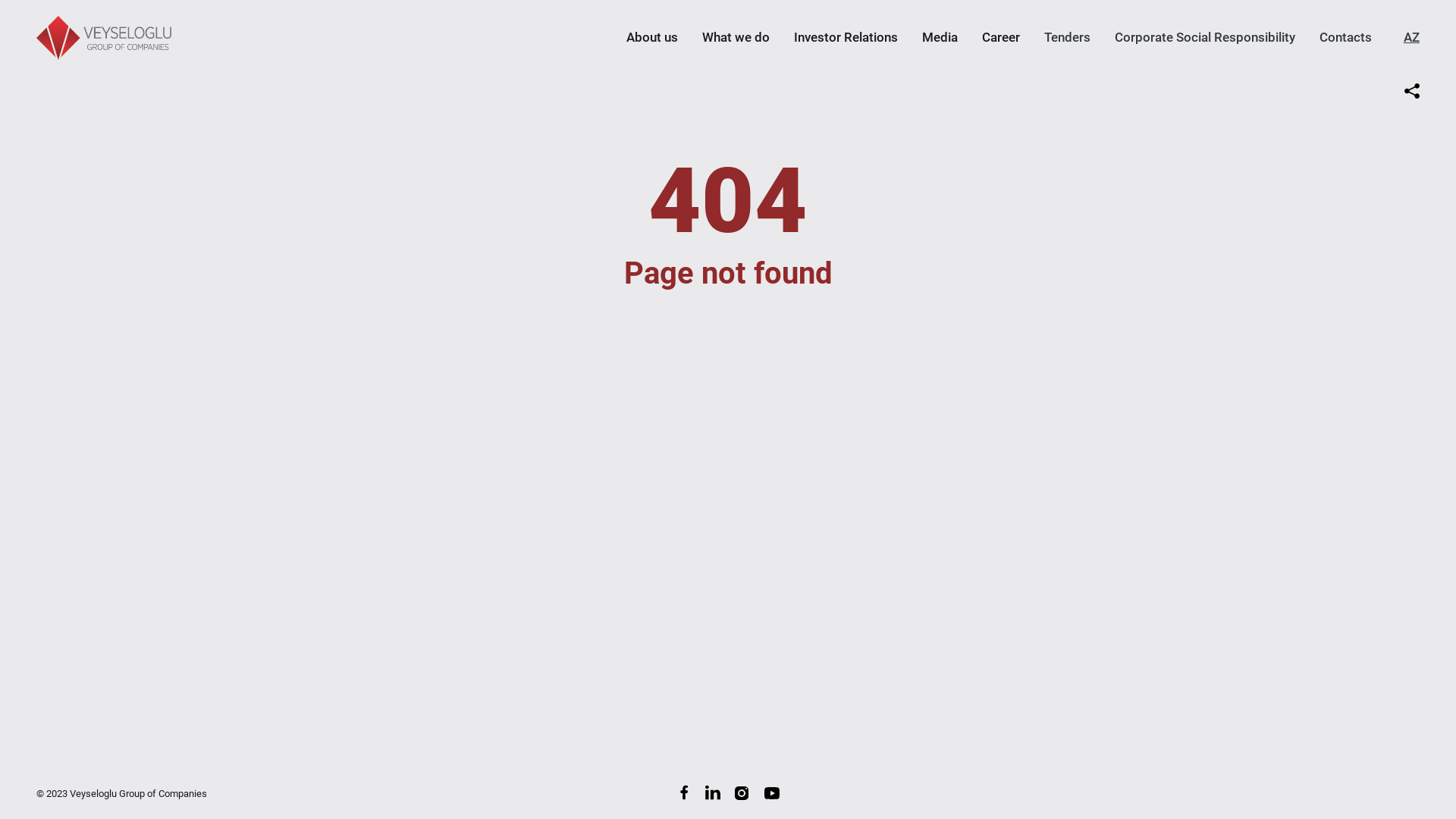  I want to click on 'Corporate Social Responsibility', so click(1203, 36).